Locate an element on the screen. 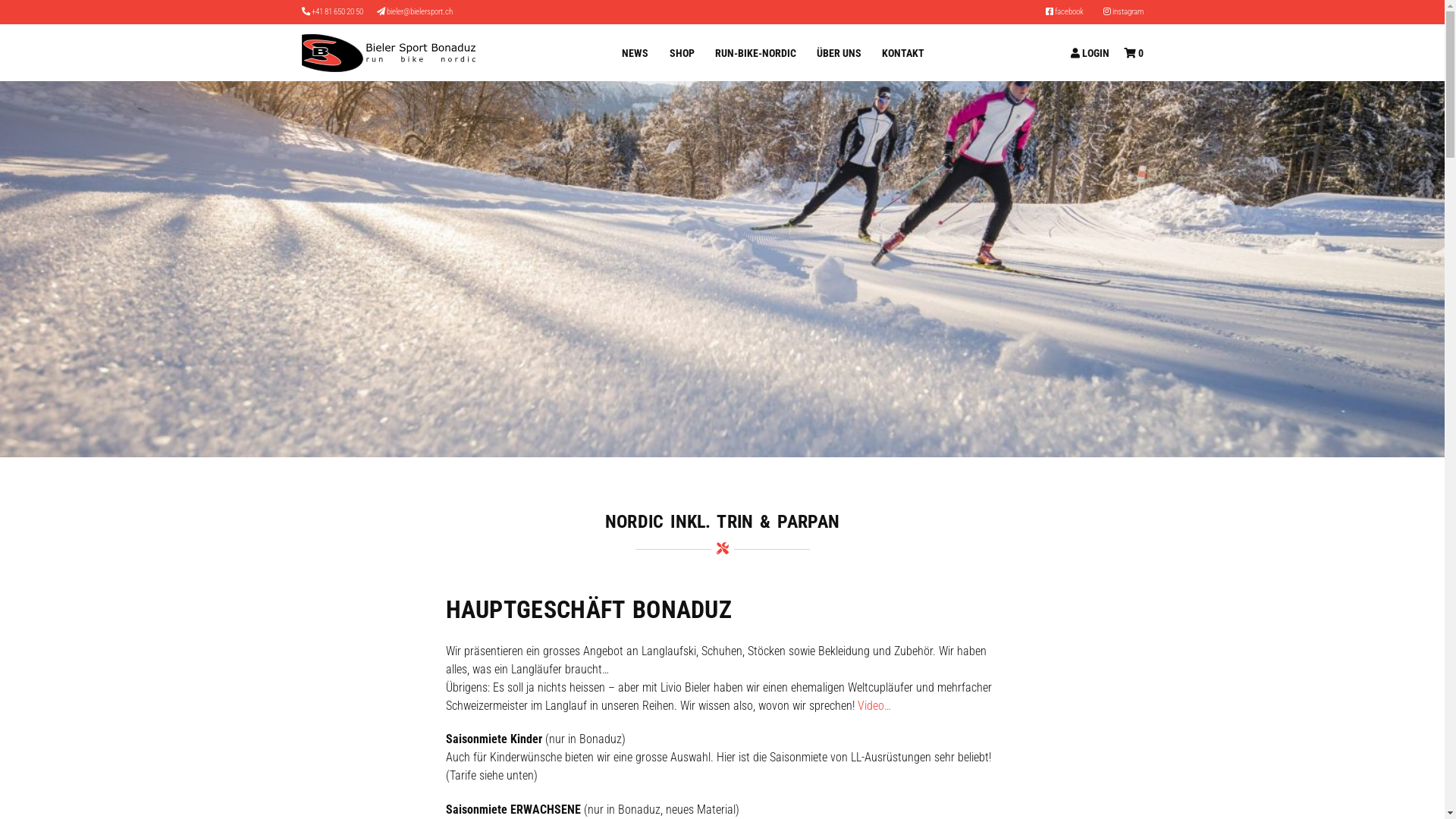 The height and width of the screenshot is (819, 1456). 'SHOP' is located at coordinates (681, 52).